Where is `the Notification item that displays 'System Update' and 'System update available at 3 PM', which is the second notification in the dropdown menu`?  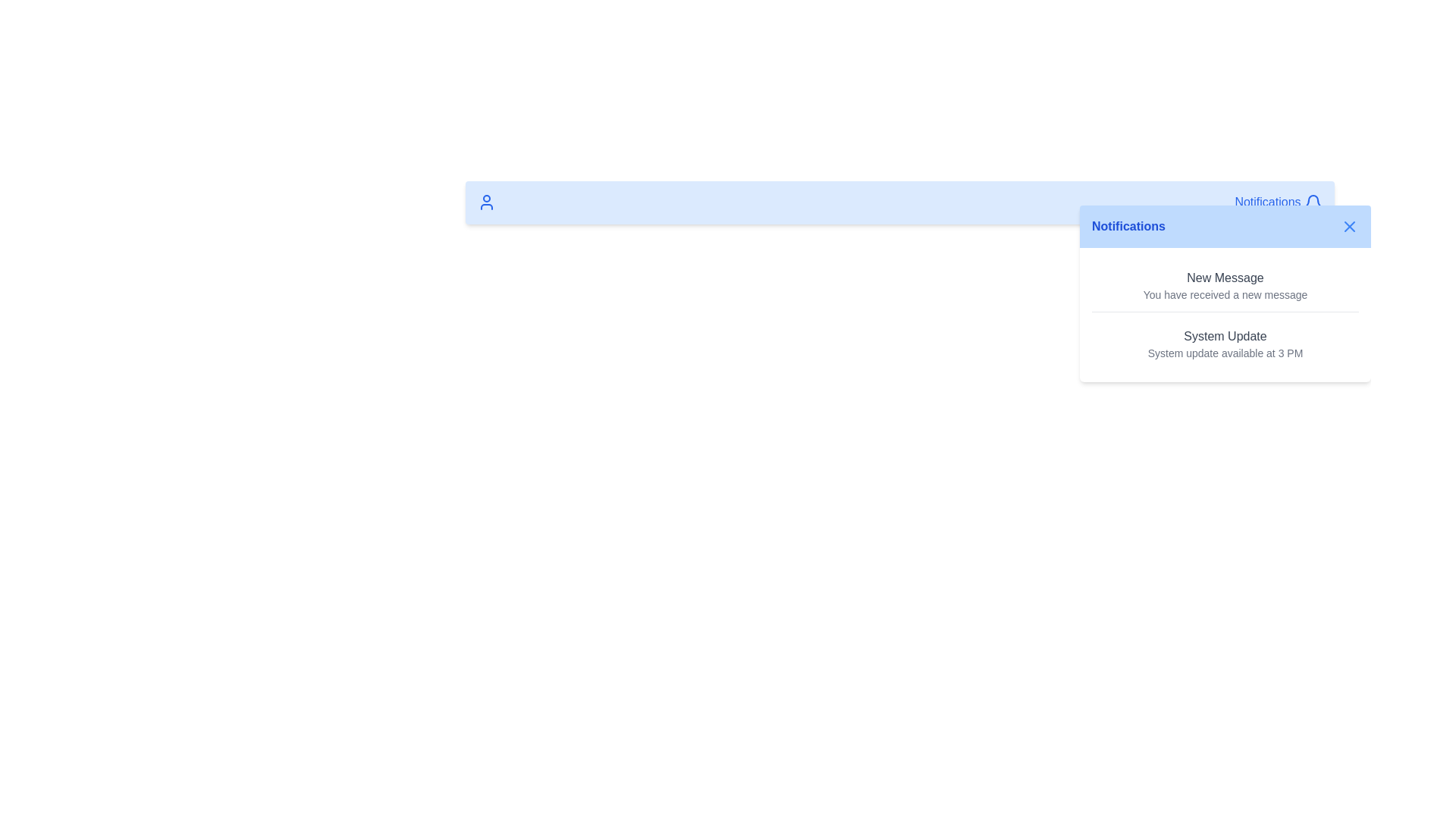
the Notification item that displays 'System Update' and 'System update available at 3 PM', which is the second notification in the dropdown menu is located at coordinates (1225, 344).